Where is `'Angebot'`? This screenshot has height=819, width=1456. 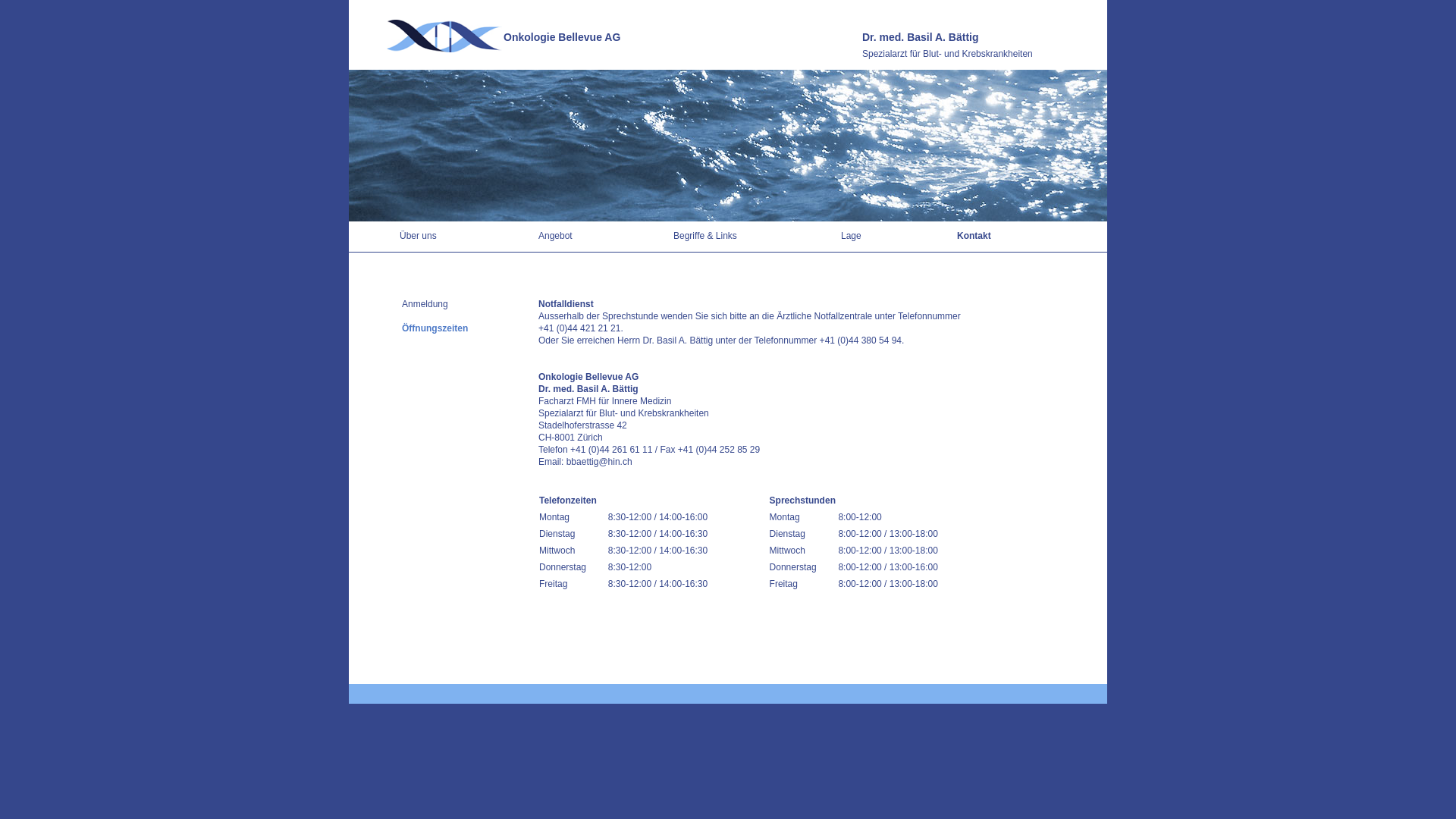 'Angebot' is located at coordinates (538, 236).